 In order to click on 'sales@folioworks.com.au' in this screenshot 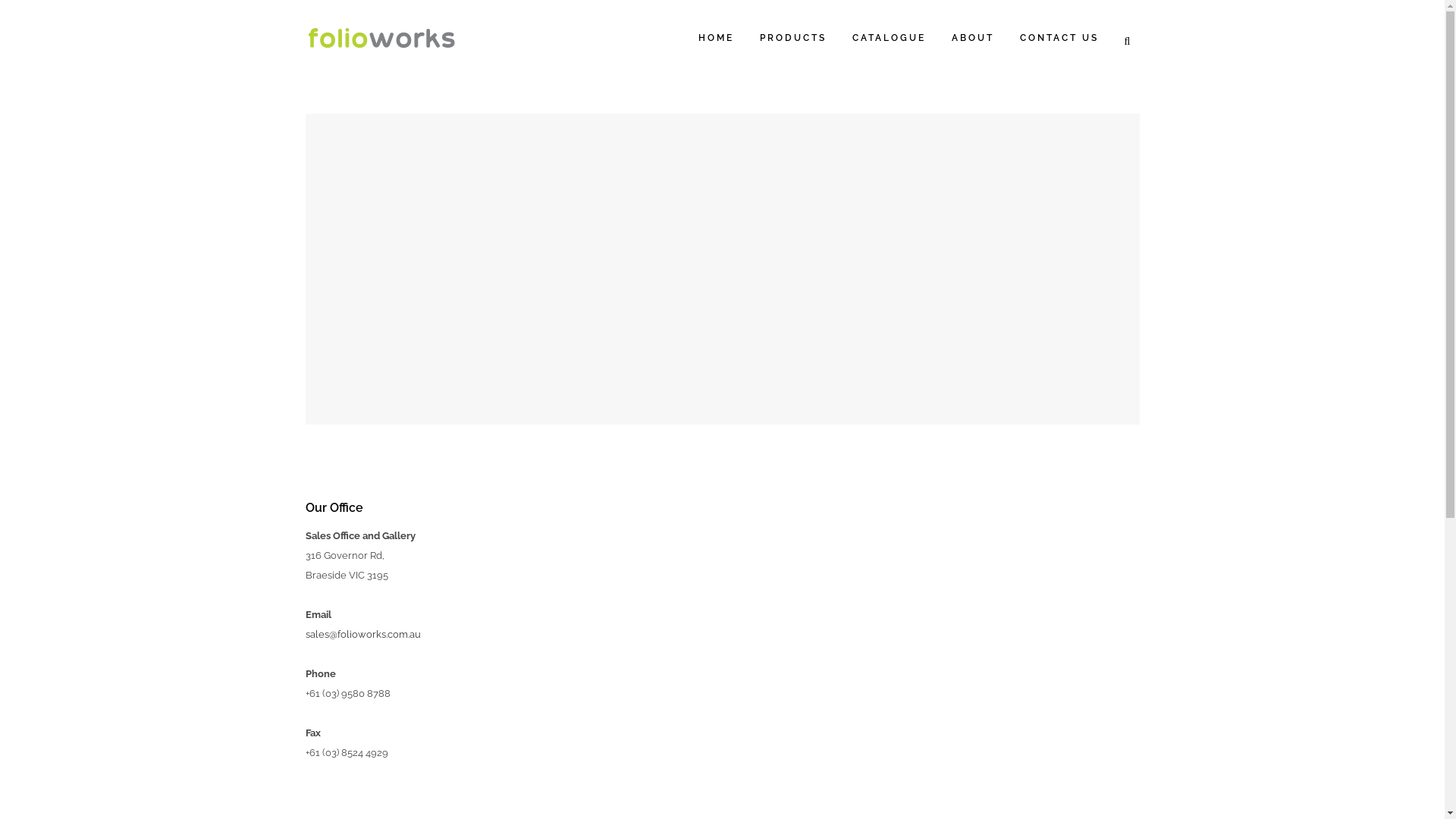, I will do `click(362, 634)`.